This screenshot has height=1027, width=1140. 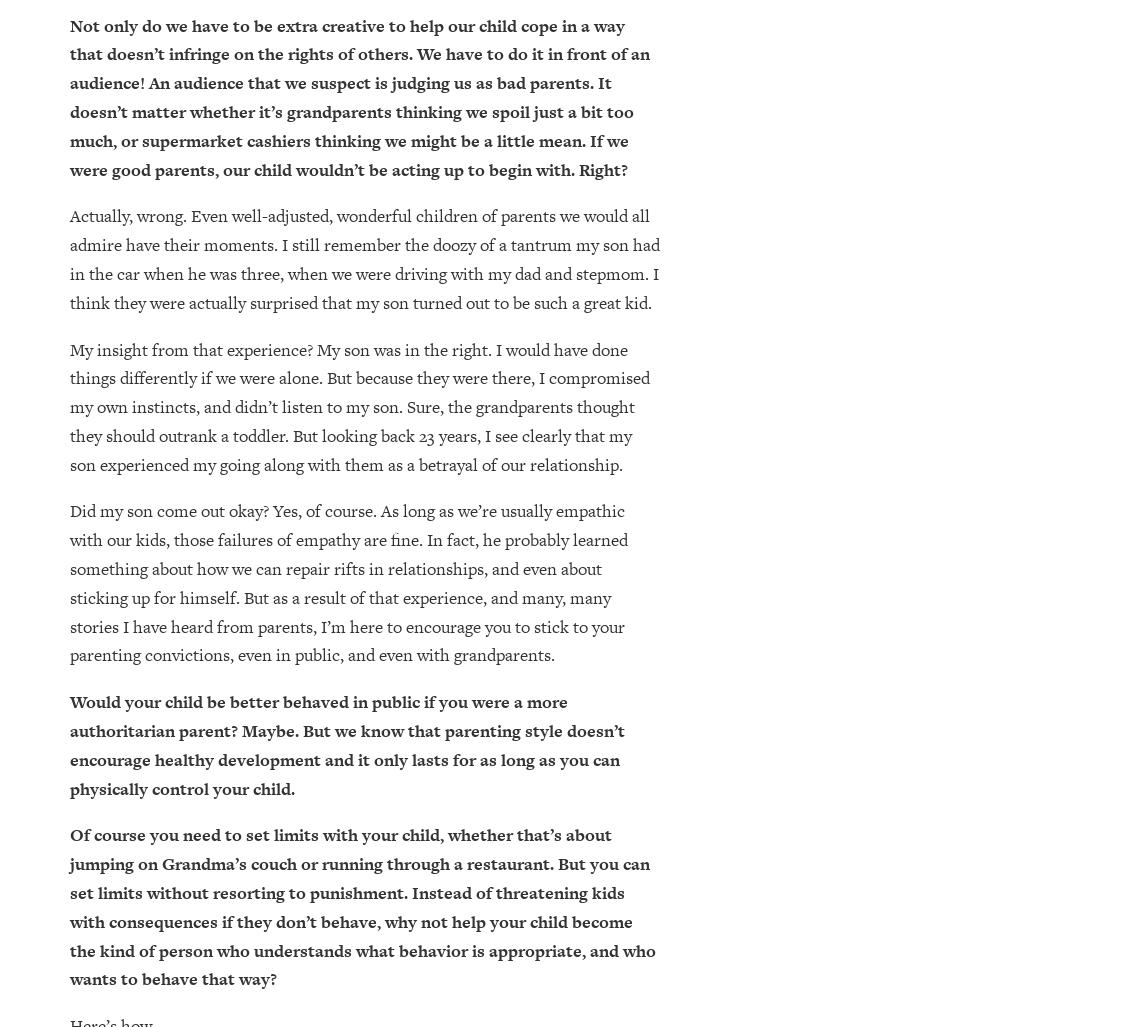 What do you see at coordinates (624, 779) in the screenshot?
I see `'About Us'` at bounding box center [624, 779].